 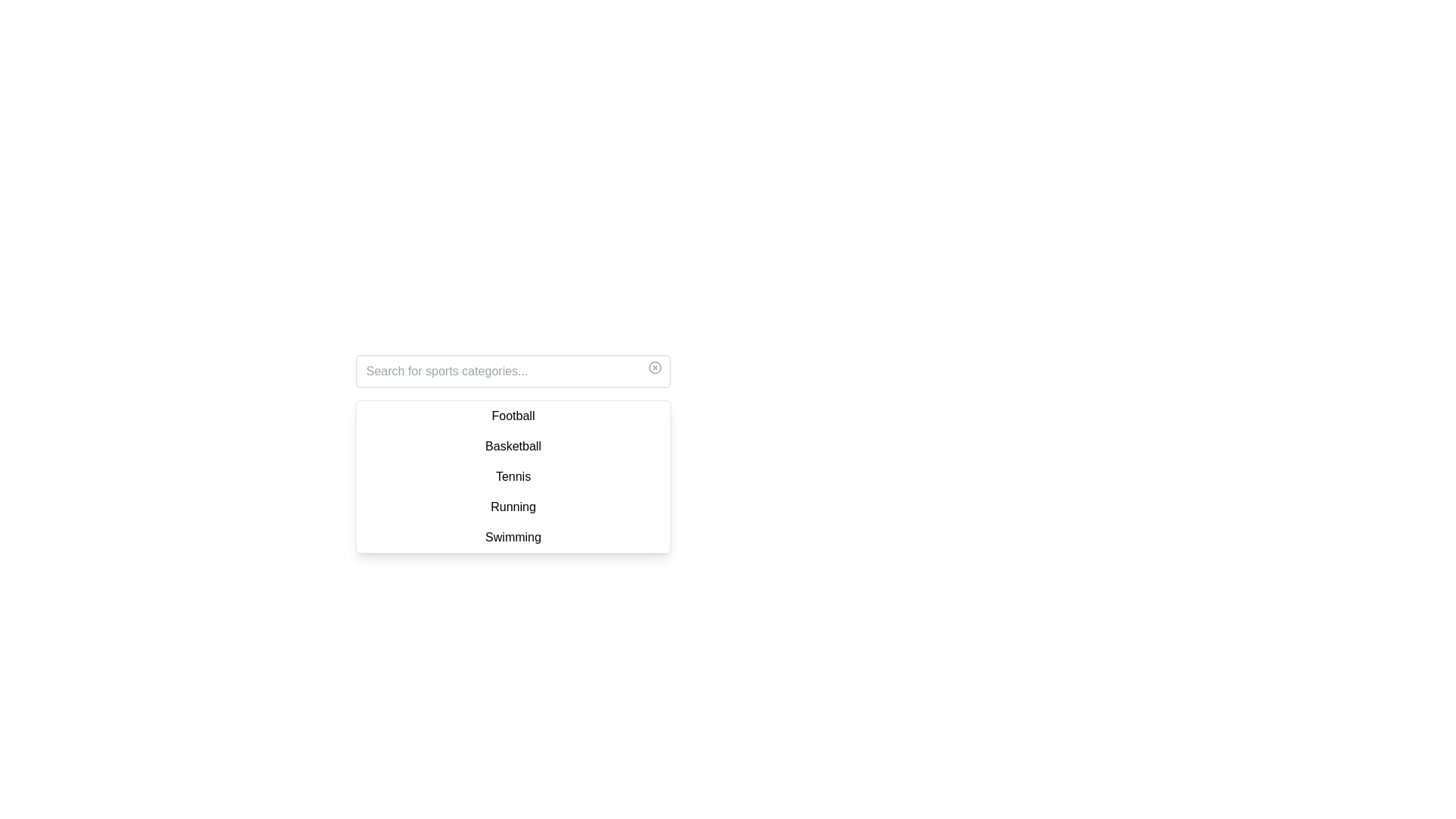 I want to click on the 'Running' option in the dropdown menu, so click(x=513, y=507).